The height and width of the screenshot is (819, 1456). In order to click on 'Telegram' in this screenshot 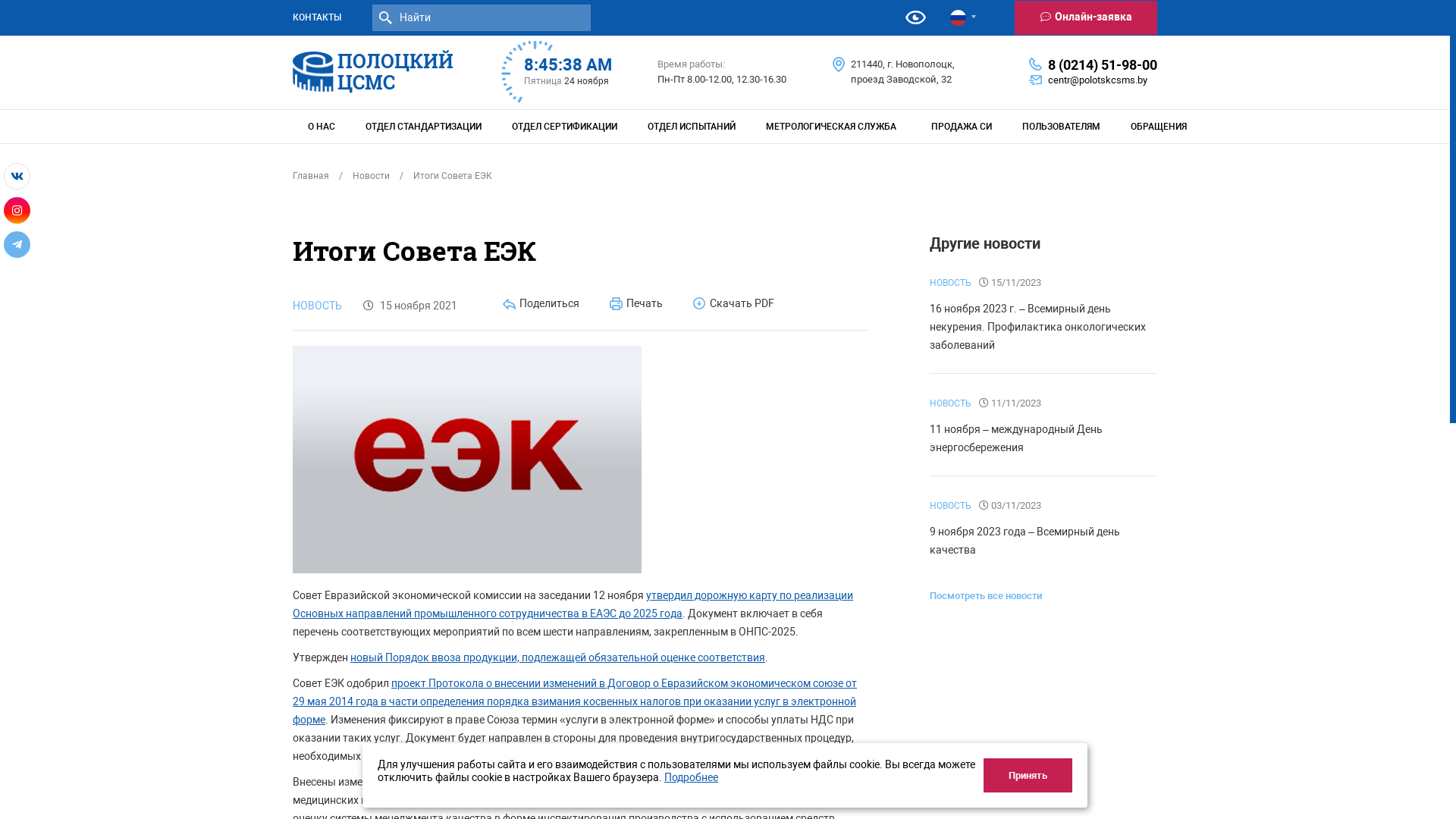, I will do `click(17, 243)`.